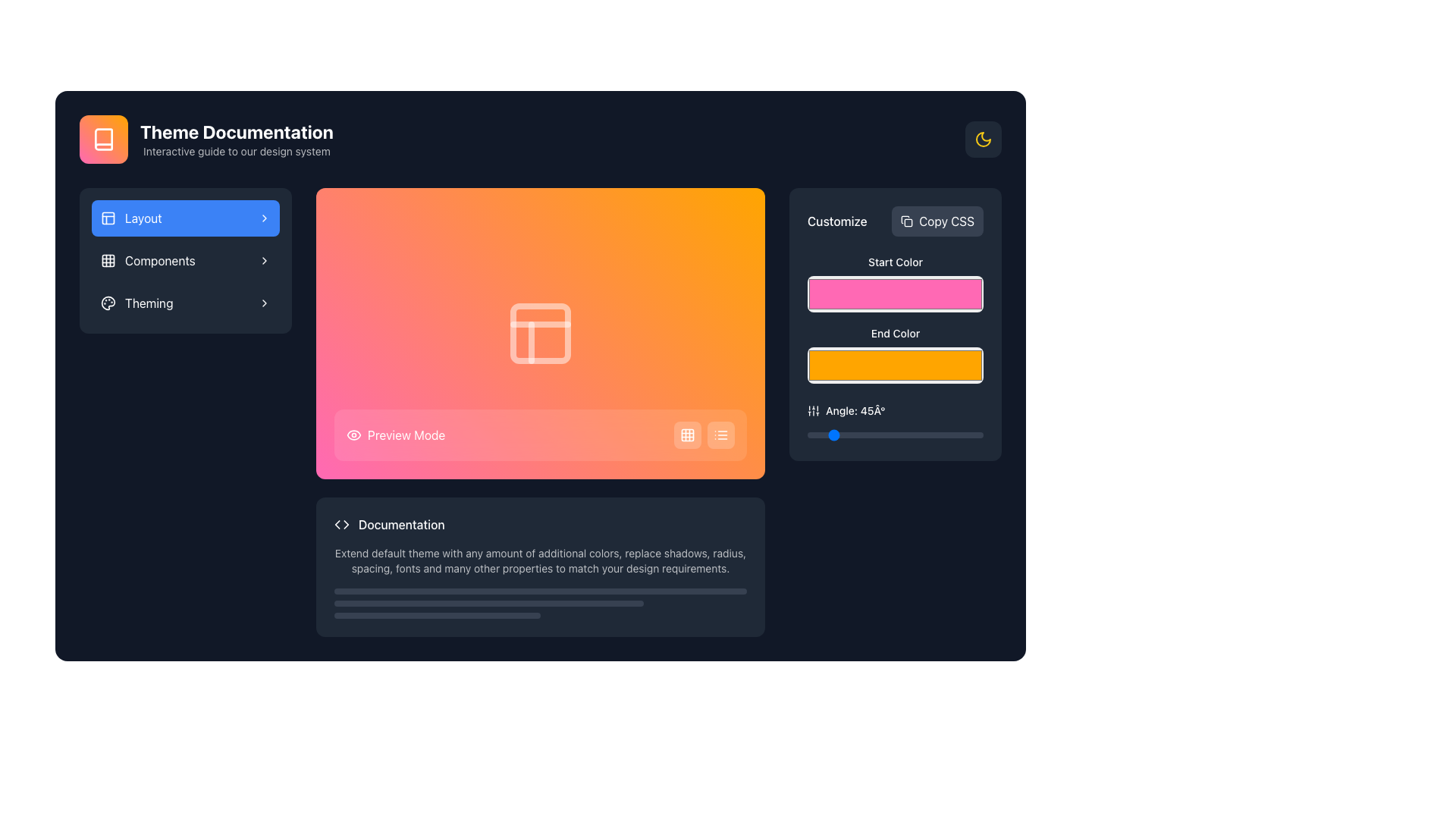 The height and width of the screenshot is (819, 1456). What do you see at coordinates (921, 435) in the screenshot?
I see `the slider value` at bounding box center [921, 435].